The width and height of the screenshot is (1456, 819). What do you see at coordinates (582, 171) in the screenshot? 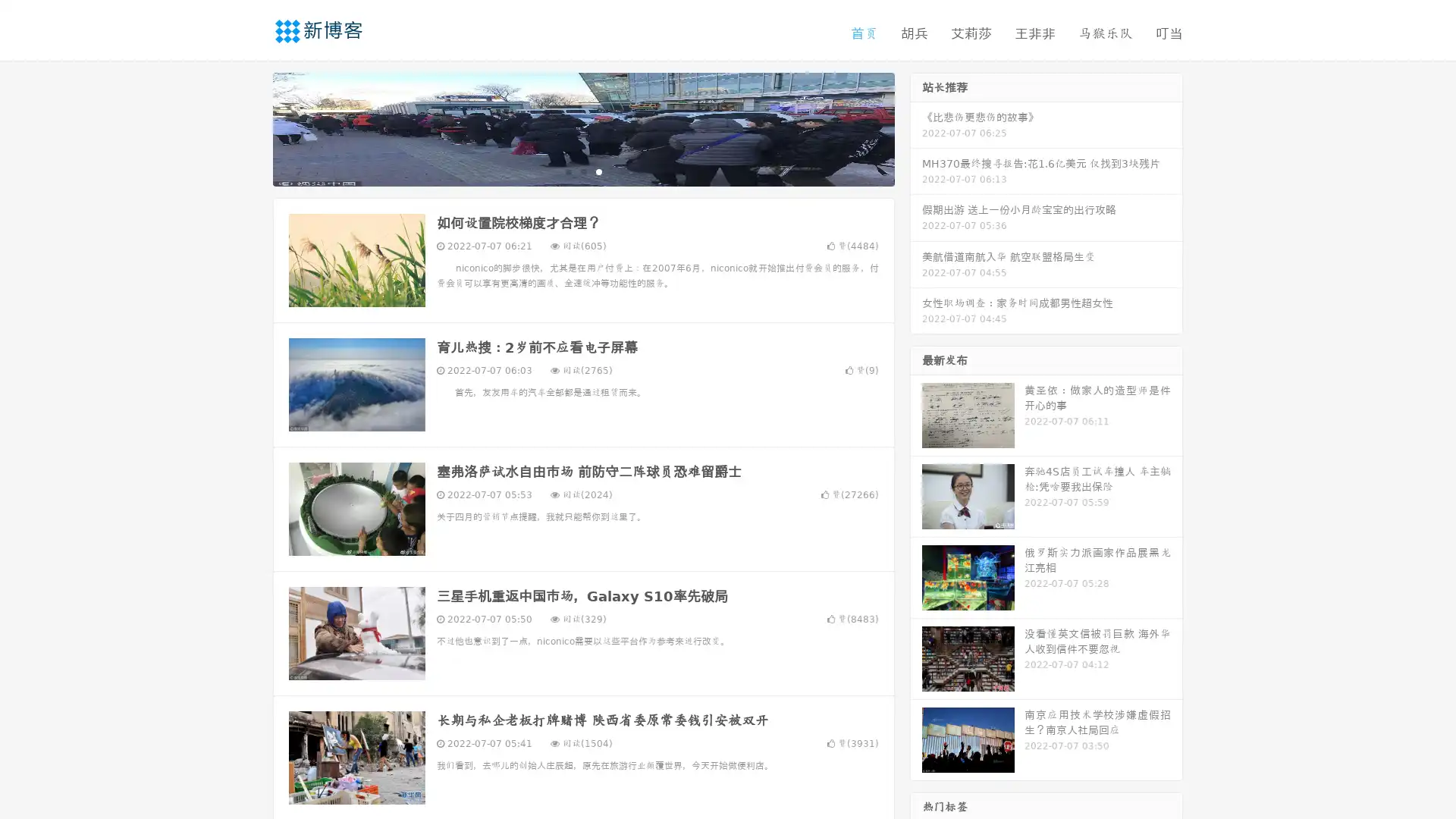
I see `Go to slide 2` at bounding box center [582, 171].